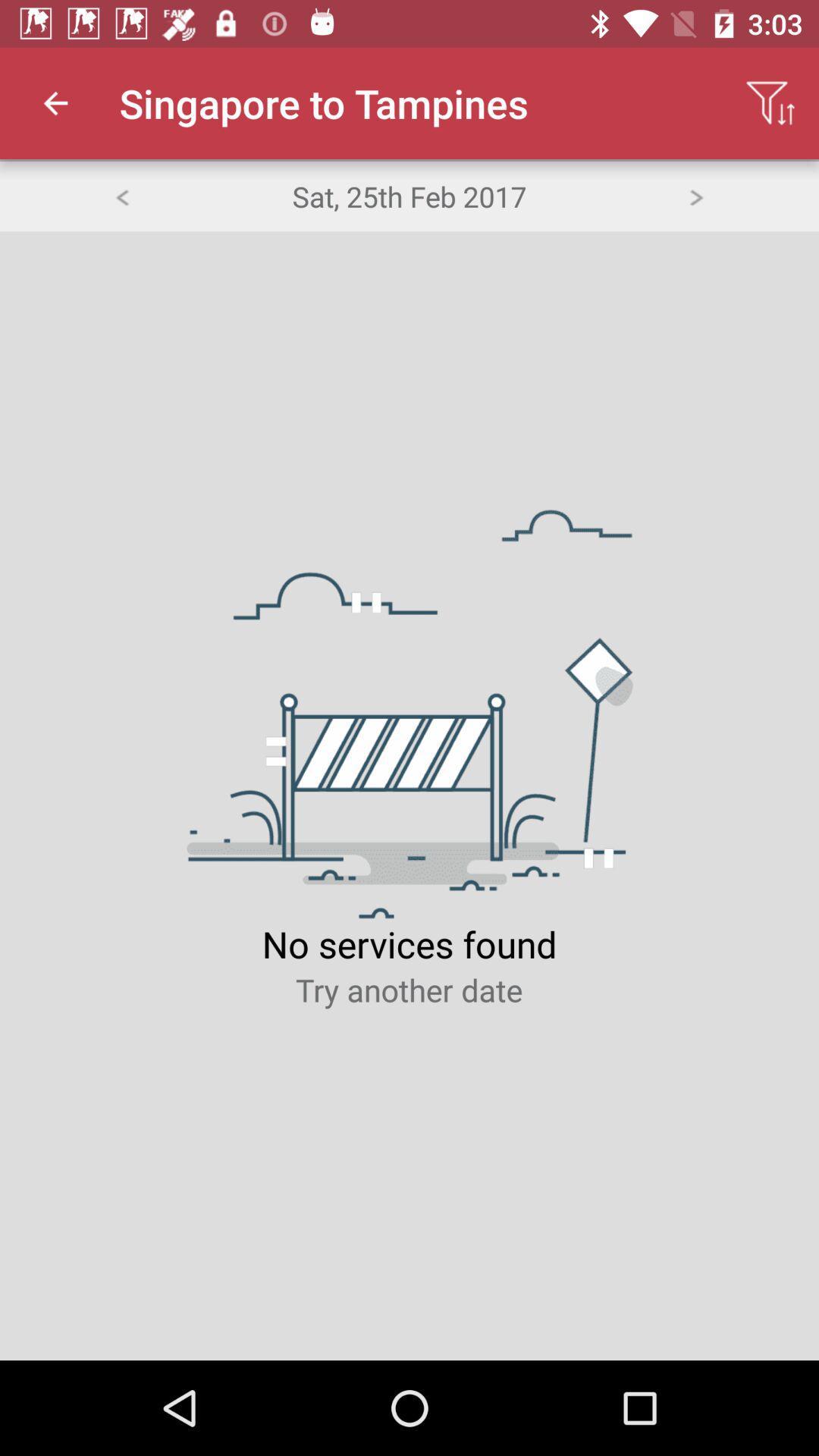 The image size is (819, 1456). What do you see at coordinates (696, 195) in the screenshot?
I see `icon to the right of the sat 25th feb icon` at bounding box center [696, 195].